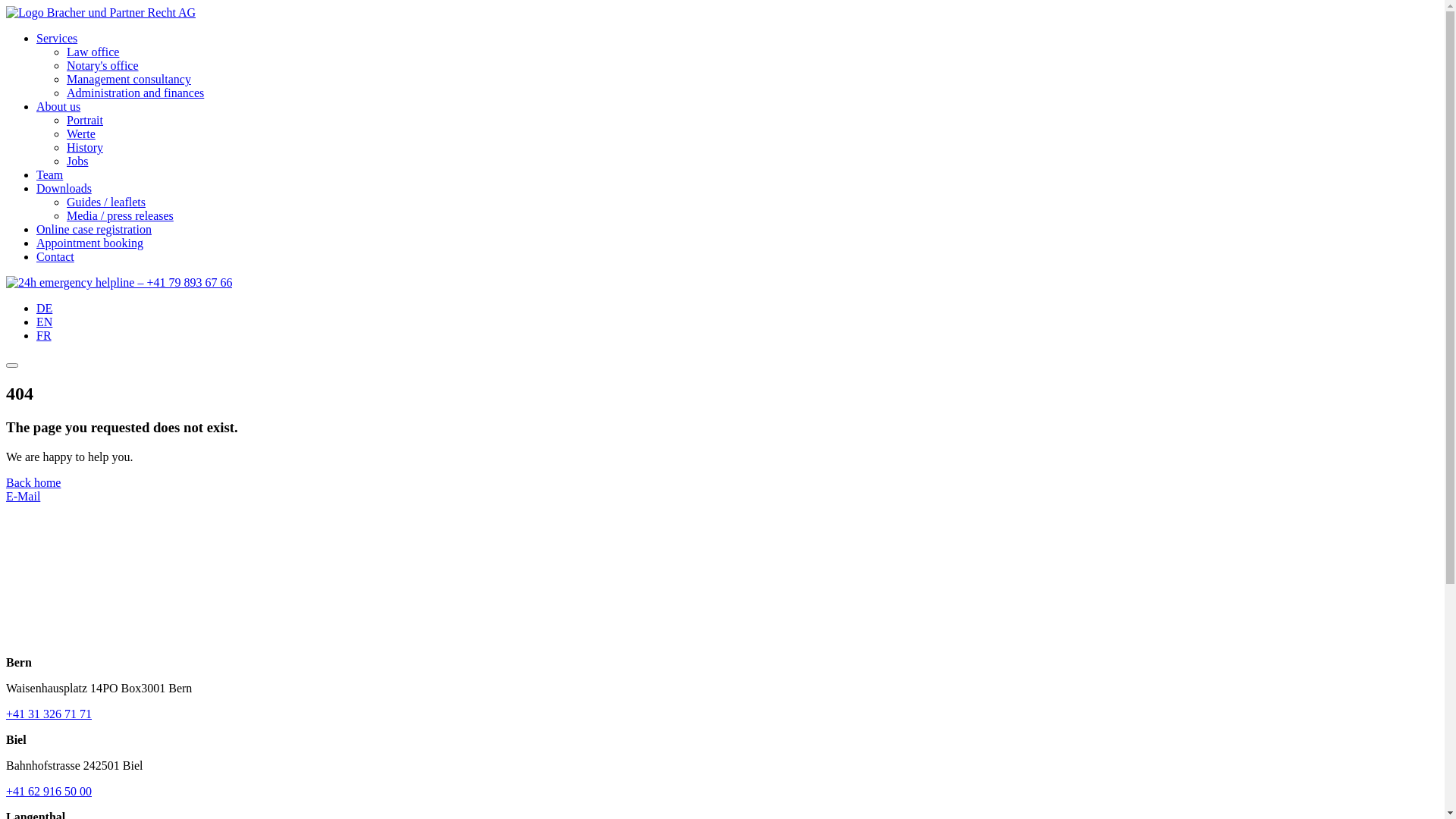 This screenshot has width=1456, height=819. Describe the element at coordinates (65, 201) in the screenshot. I see `'Guides / leaflets'` at that location.